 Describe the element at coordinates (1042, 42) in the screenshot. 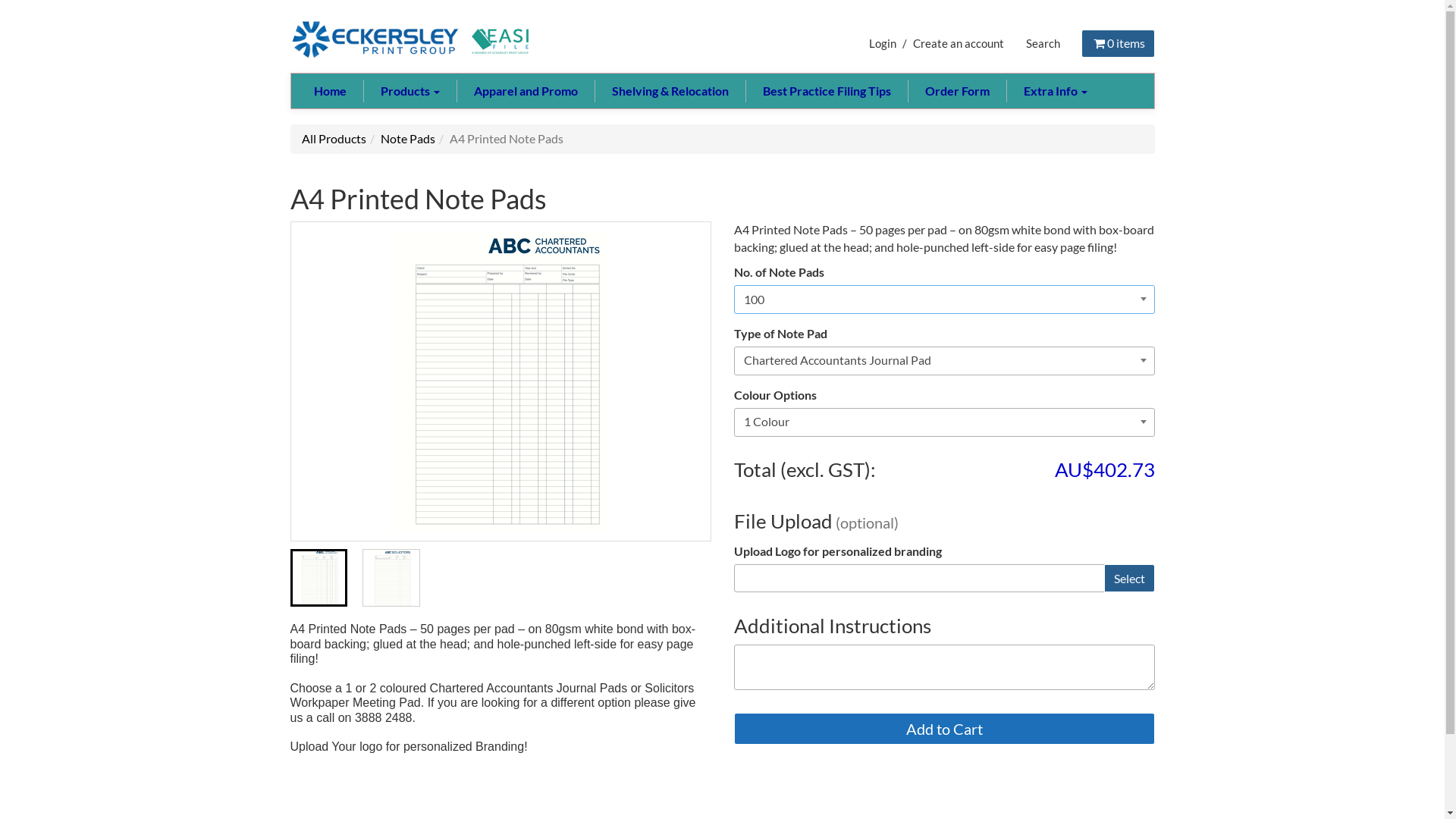

I see `'Search'` at that location.